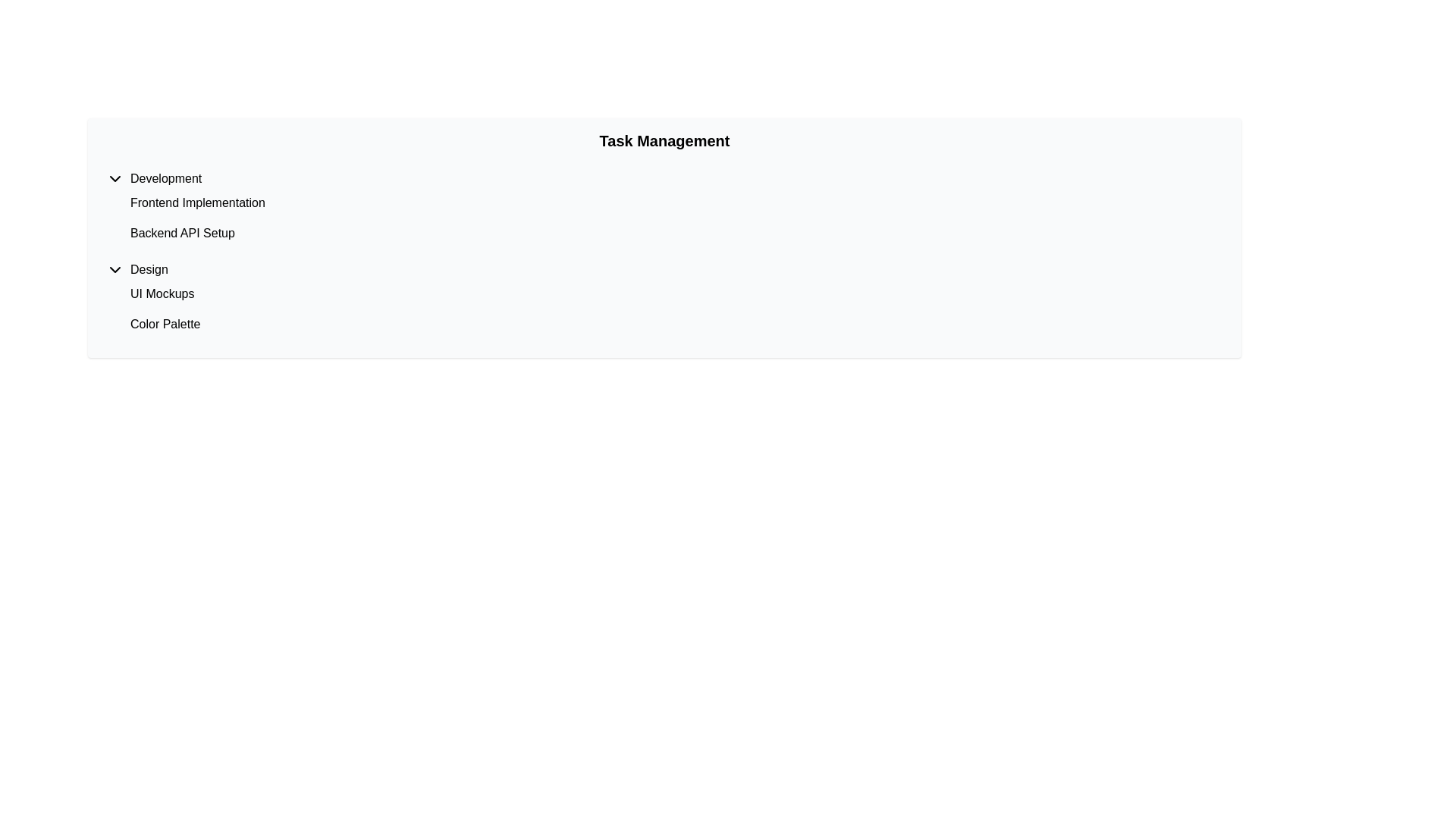  I want to click on the Text Label located in the 'Design' section, which provides a title or descriptor for the color palette feature, positioned beneath the 'UI Mockups' label, so click(165, 324).